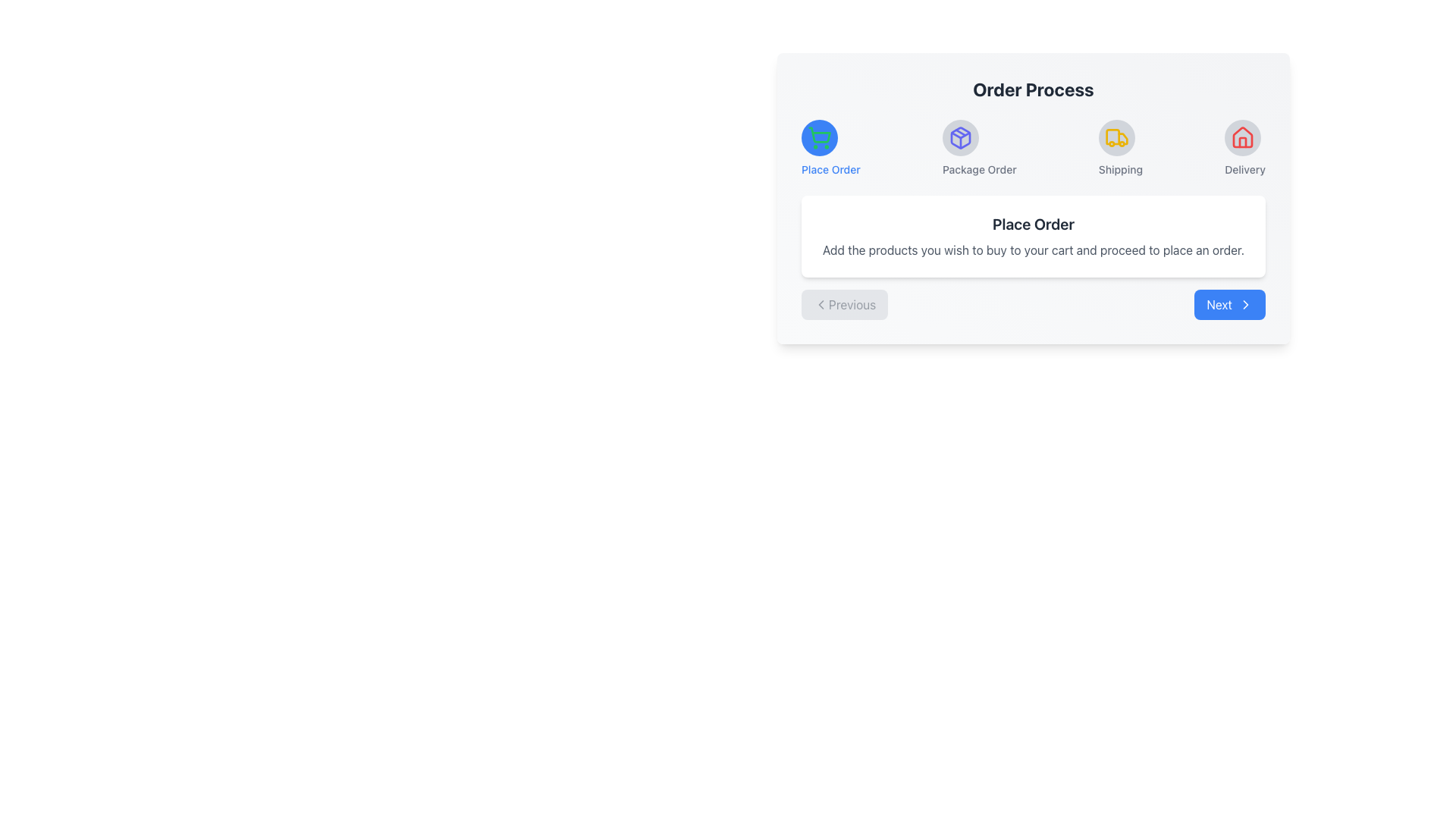  What do you see at coordinates (960, 137) in the screenshot?
I see `the outlined 3D box icon in indigo color representing the second step 'Package Order' in the navigation bar of the 'Order Process'` at bounding box center [960, 137].